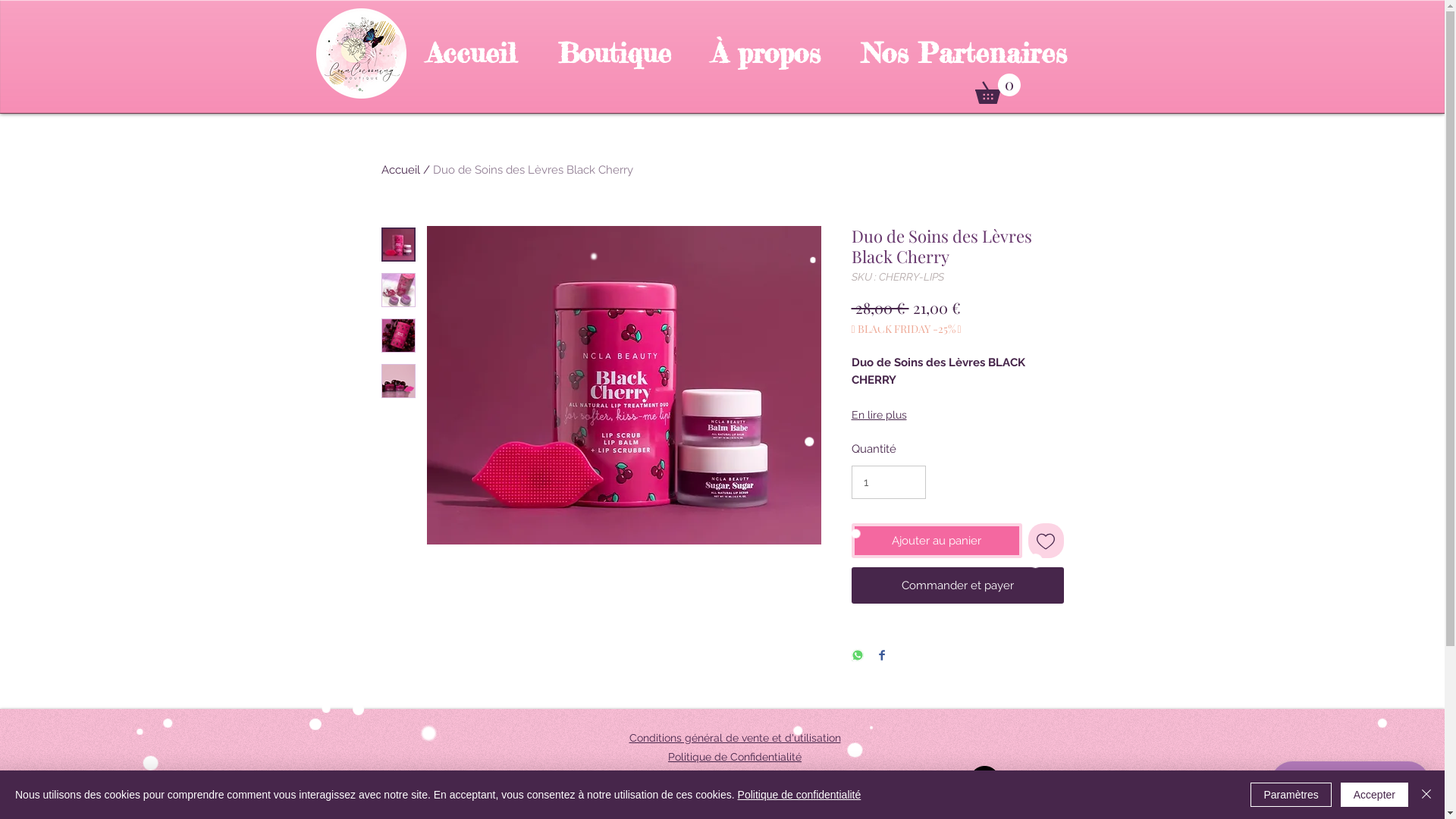  What do you see at coordinates (471, 52) in the screenshot?
I see `'Accueil'` at bounding box center [471, 52].